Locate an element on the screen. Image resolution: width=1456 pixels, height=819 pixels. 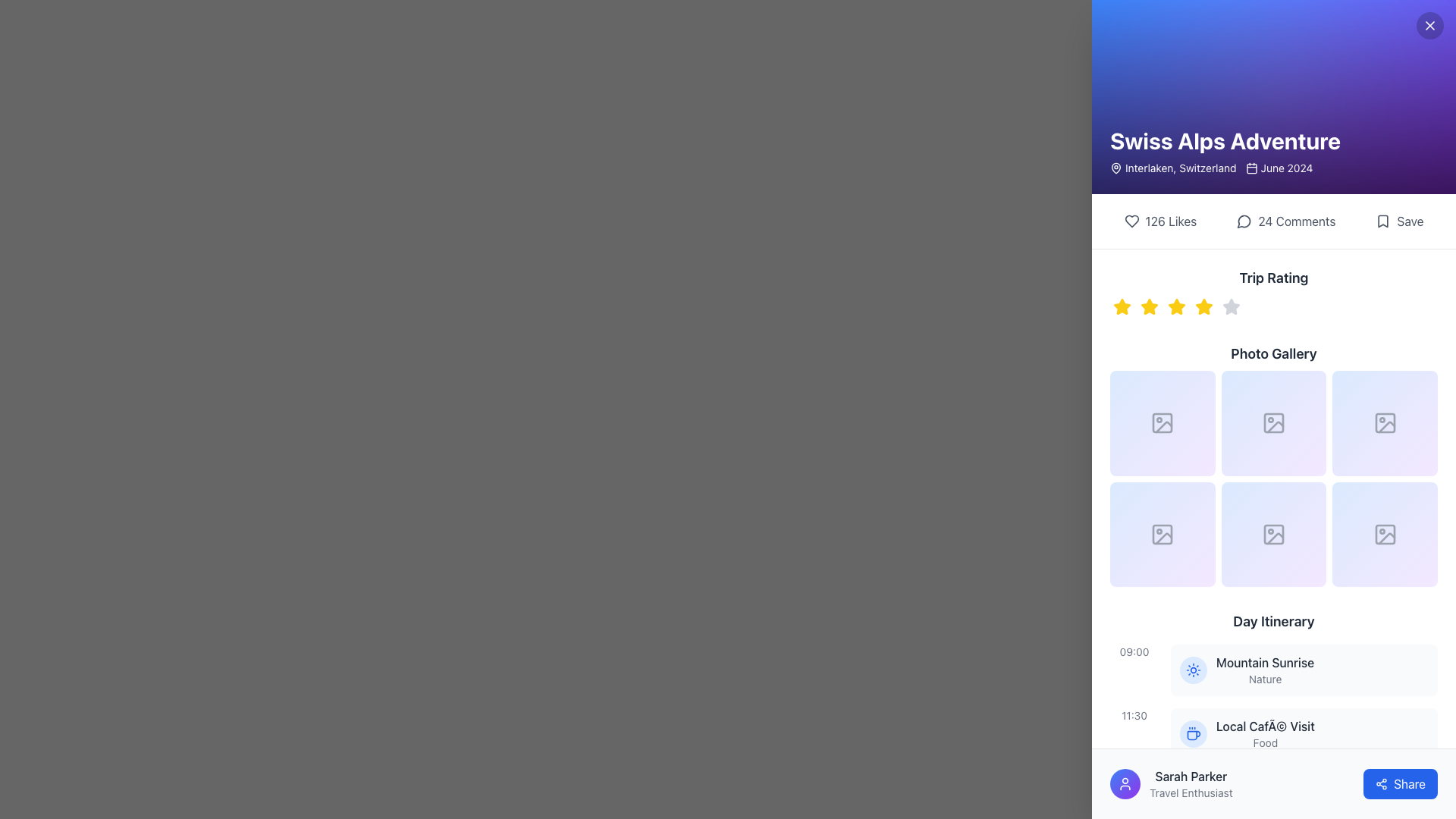
the first star-shaped icon styled in yellow under the 'Trip Rating' label to rate it is located at coordinates (1122, 307).